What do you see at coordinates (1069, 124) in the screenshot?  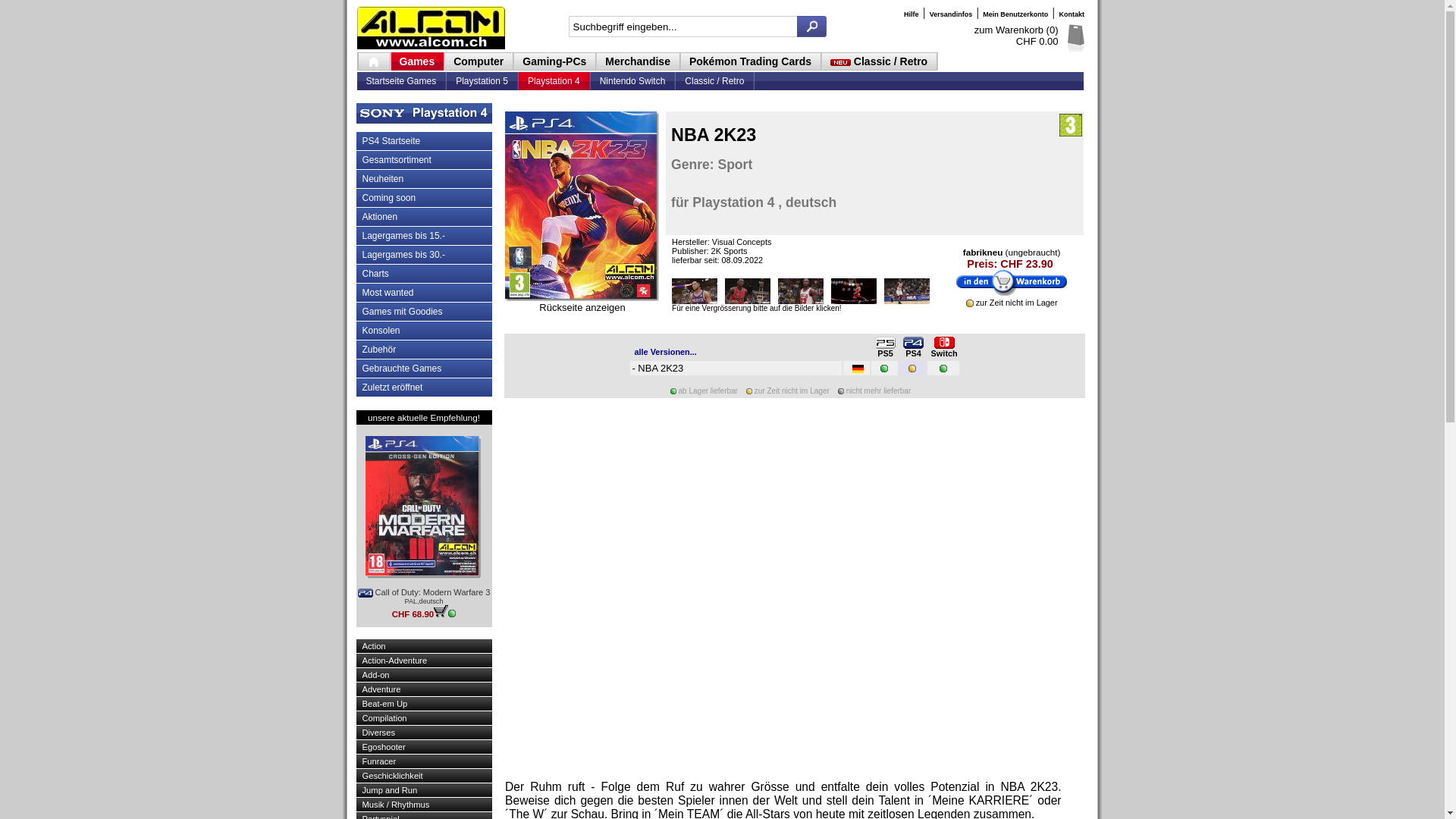 I see `'ab 3 Jahren'` at bounding box center [1069, 124].